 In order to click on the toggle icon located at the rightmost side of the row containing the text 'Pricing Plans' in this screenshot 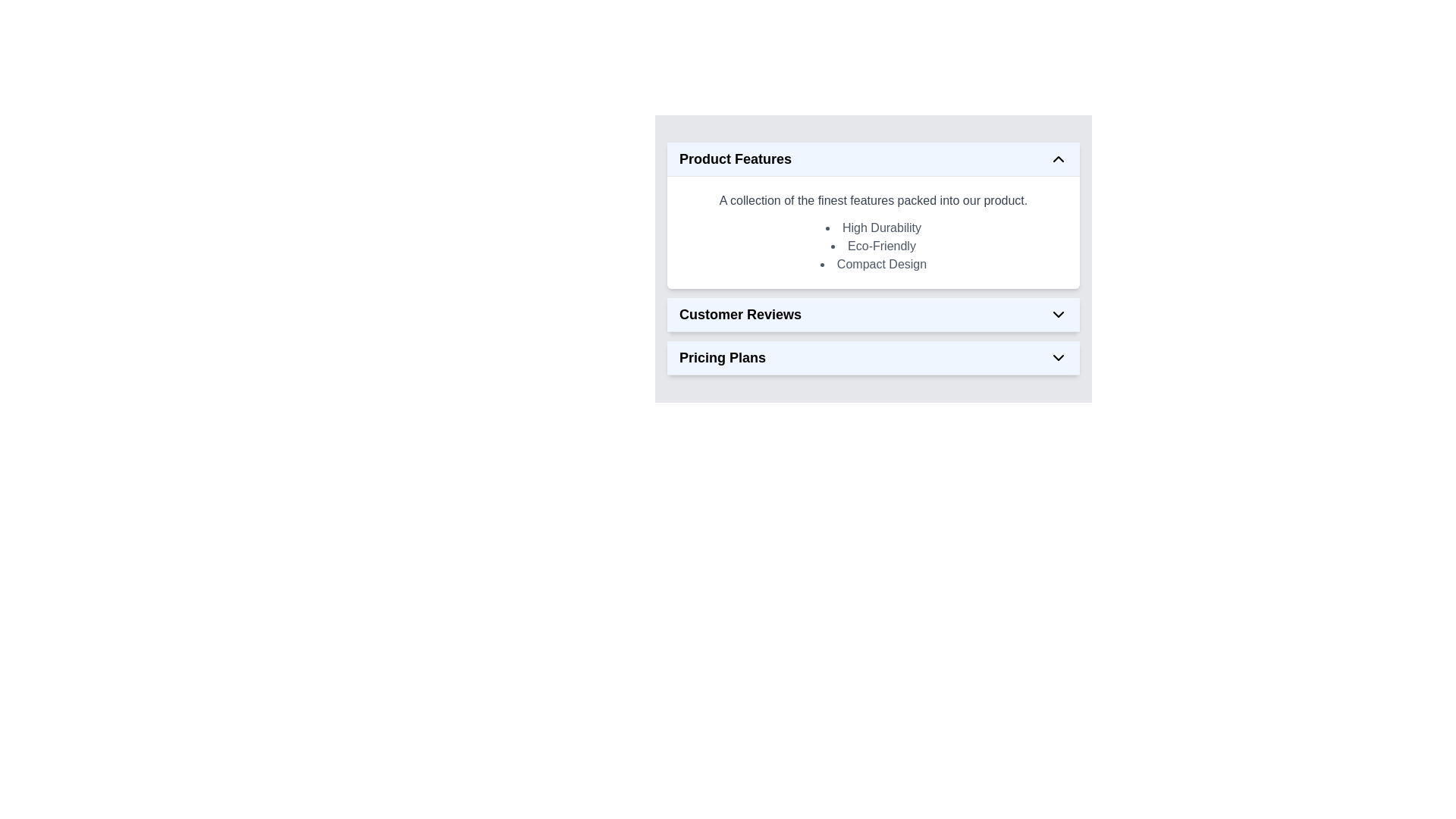, I will do `click(1058, 357)`.